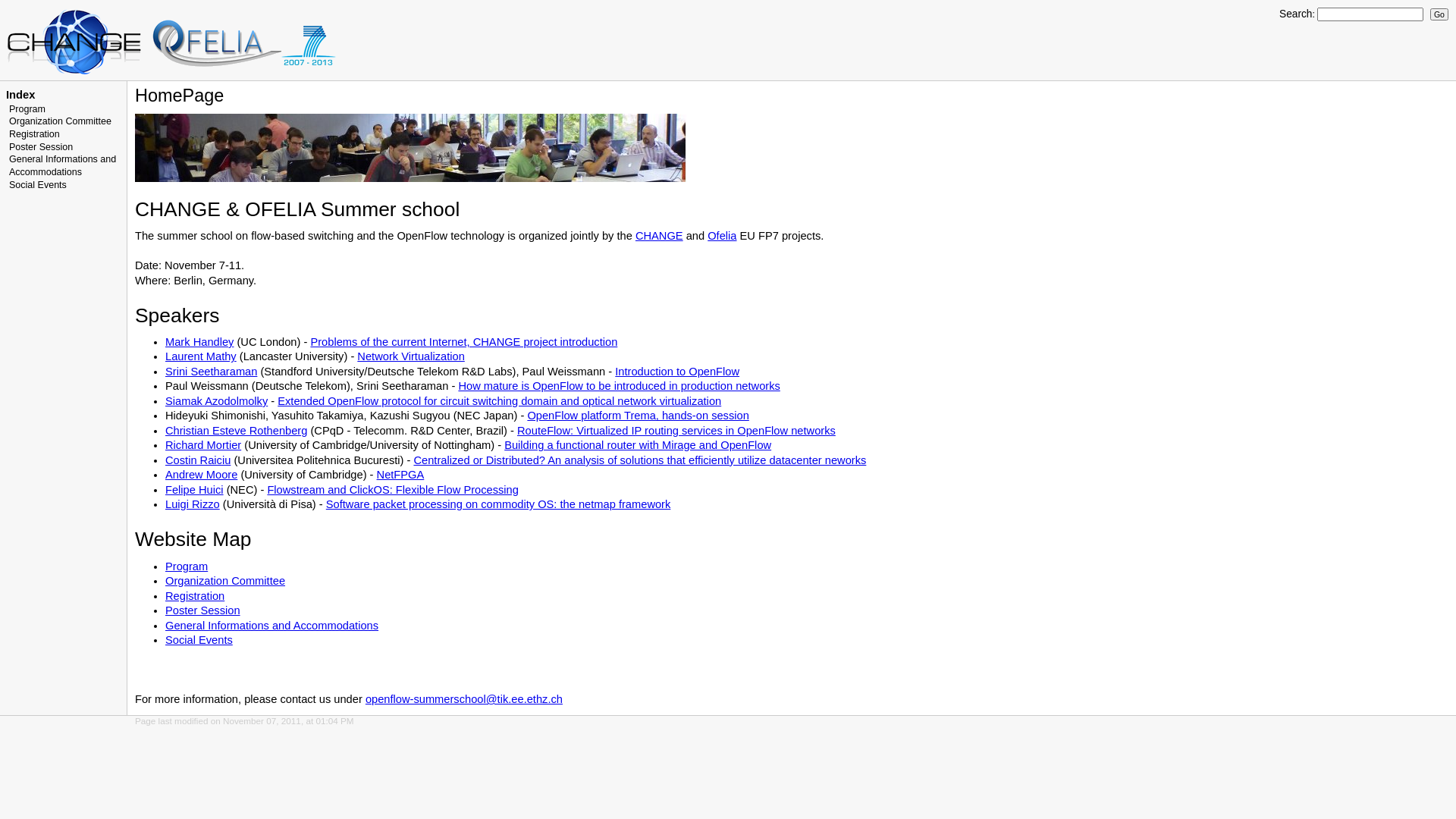 The height and width of the screenshot is (819, 1456). I want to click on 'Richard Mortier', so click(202, 444).